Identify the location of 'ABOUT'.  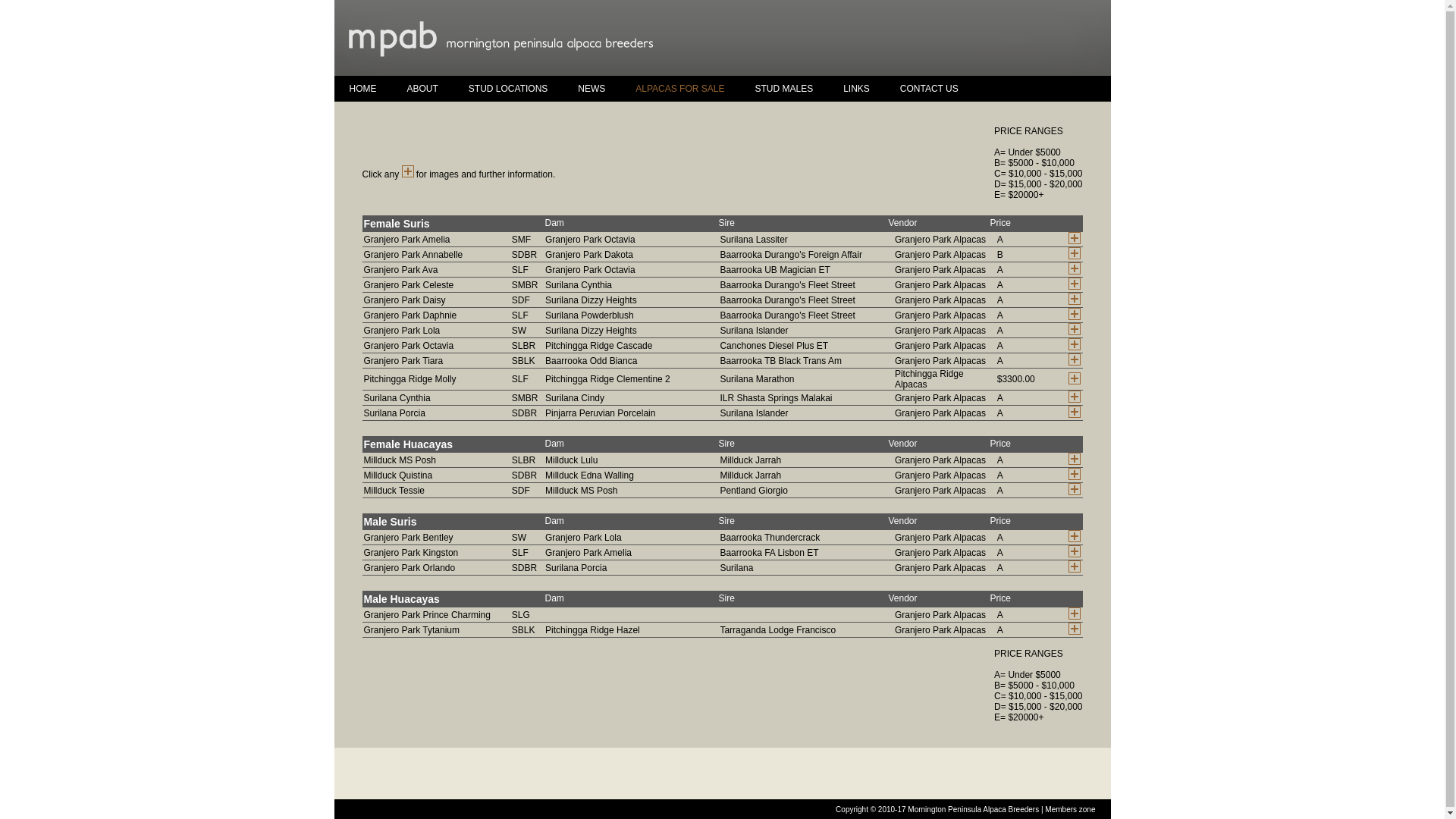
(422, 88).